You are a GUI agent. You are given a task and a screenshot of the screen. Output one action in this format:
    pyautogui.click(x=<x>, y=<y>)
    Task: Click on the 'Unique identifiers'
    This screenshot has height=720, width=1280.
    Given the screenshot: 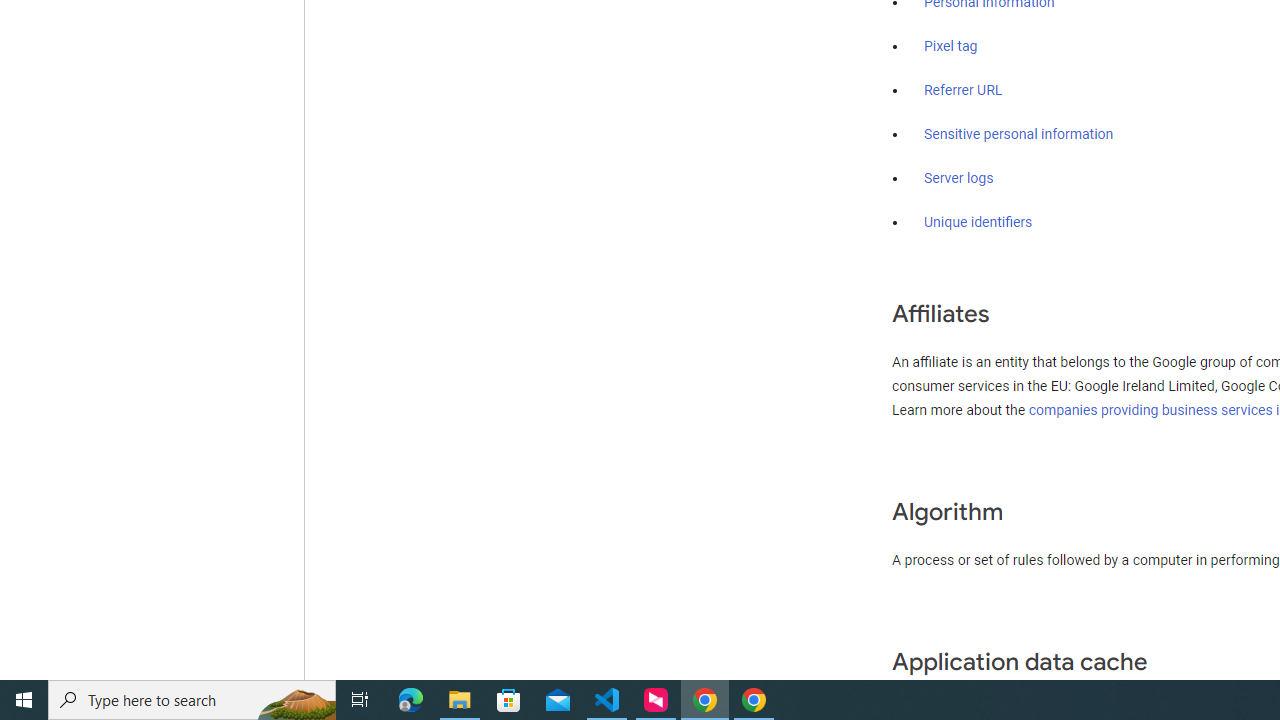 What is the action you would take?
    pyautogui.click(x=978, y=222)
    